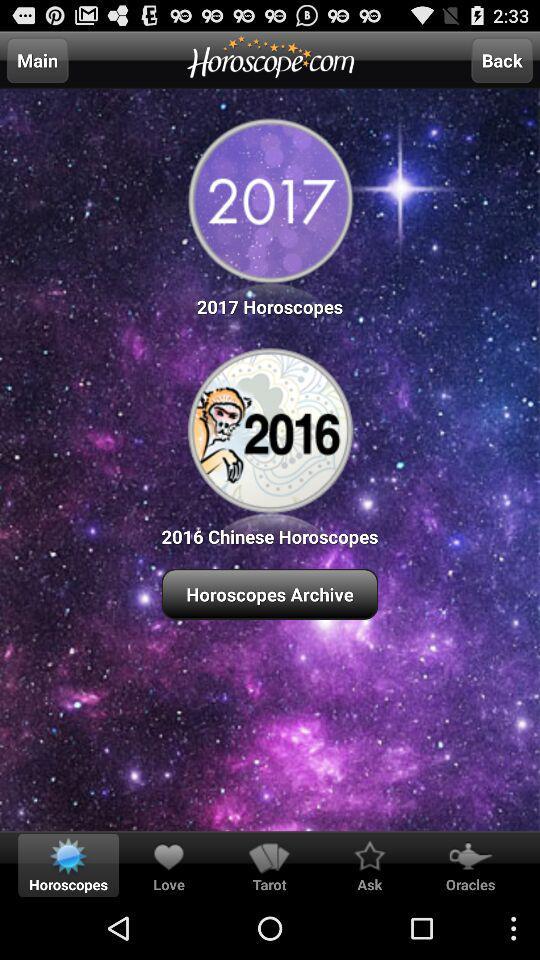 This screenshot has width=540, height=960. I want to click on the back button, so click(501, 59).